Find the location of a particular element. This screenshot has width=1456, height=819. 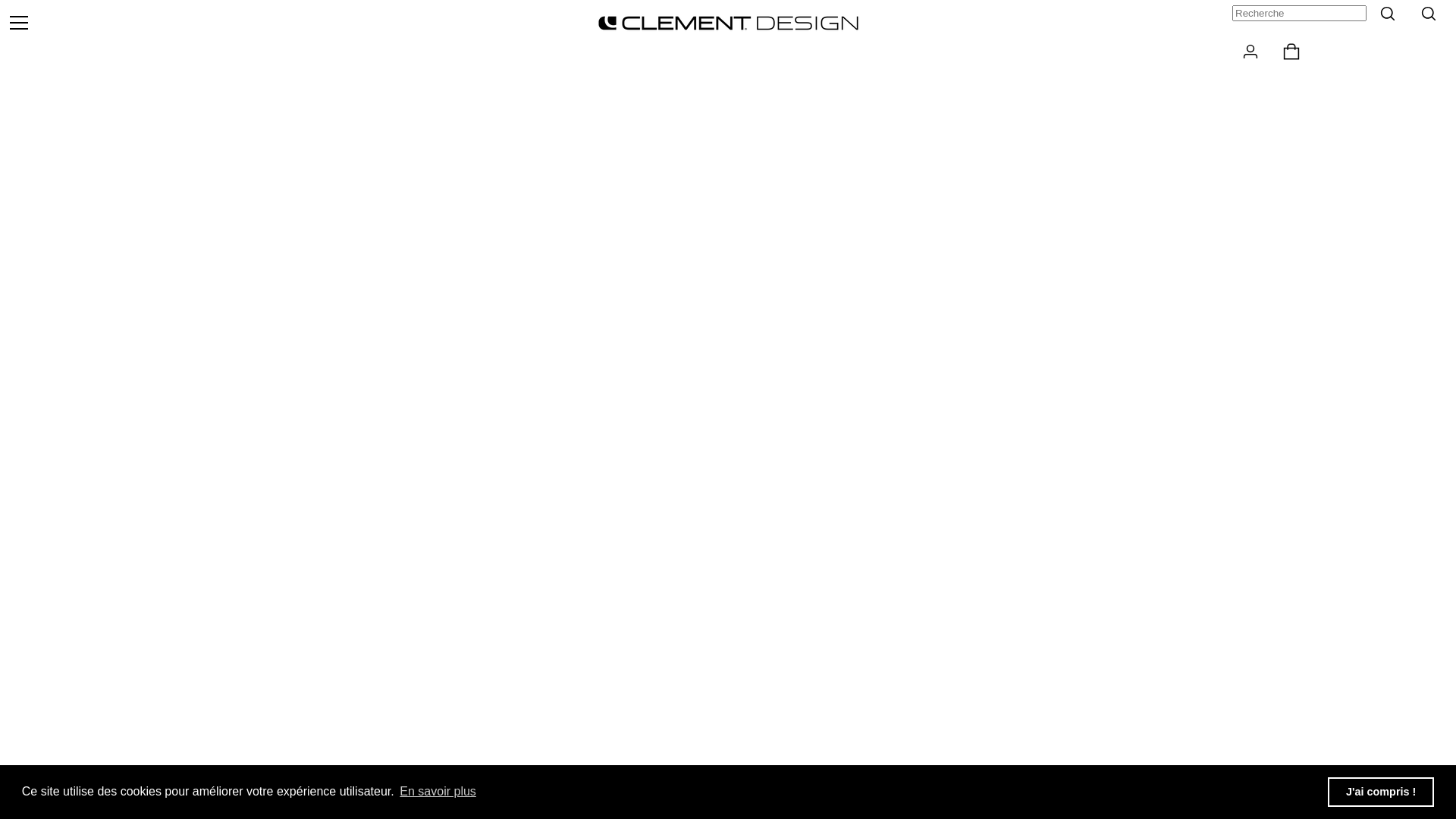

'VOIR LE PANIER' is located at coordinates (1291, 51).